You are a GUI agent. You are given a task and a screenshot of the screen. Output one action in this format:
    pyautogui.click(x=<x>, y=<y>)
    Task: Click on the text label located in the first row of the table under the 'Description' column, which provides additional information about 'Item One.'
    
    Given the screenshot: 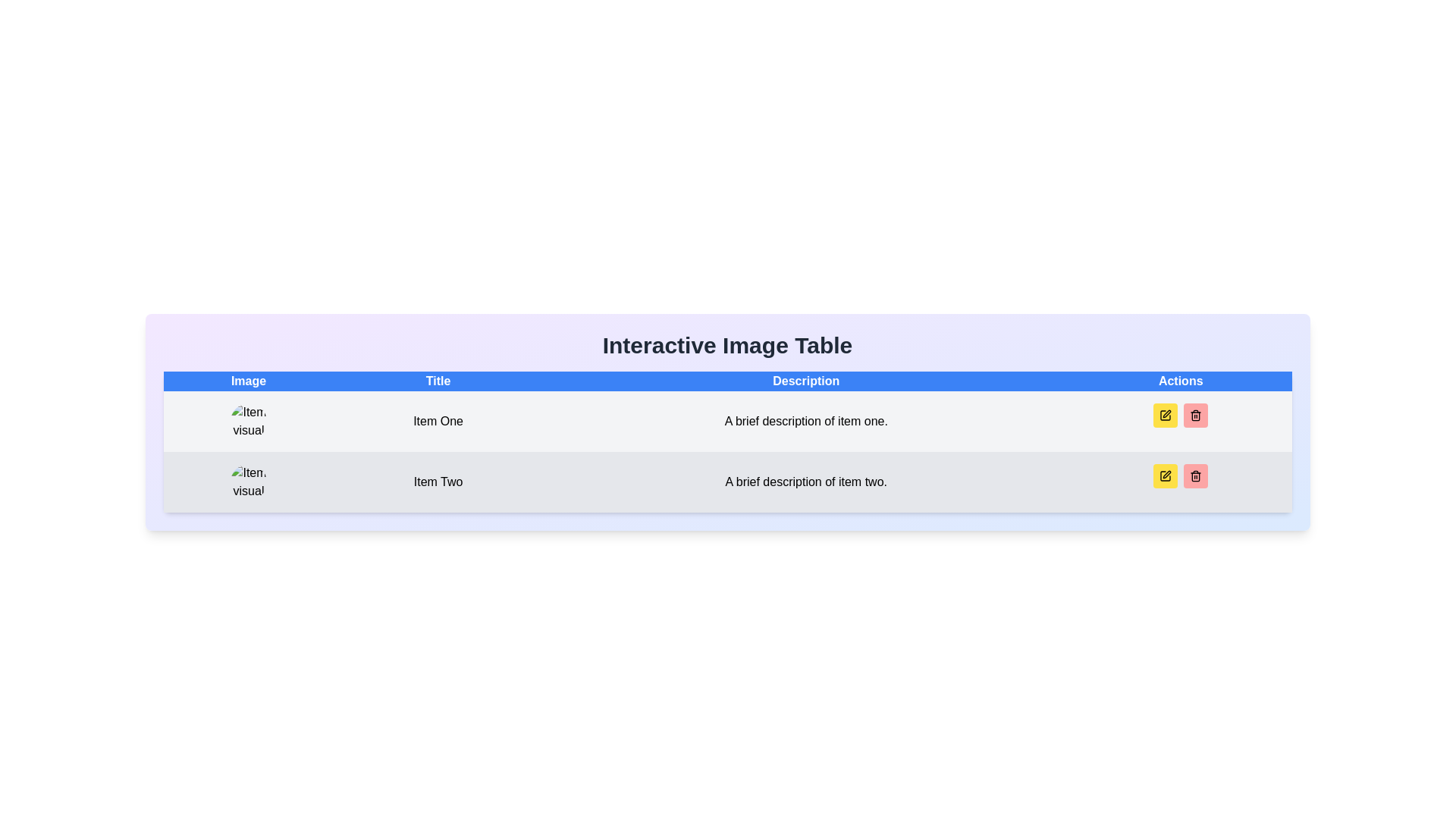 What is the action you would take?
    pyautogui.click(x=805, y=421)
    